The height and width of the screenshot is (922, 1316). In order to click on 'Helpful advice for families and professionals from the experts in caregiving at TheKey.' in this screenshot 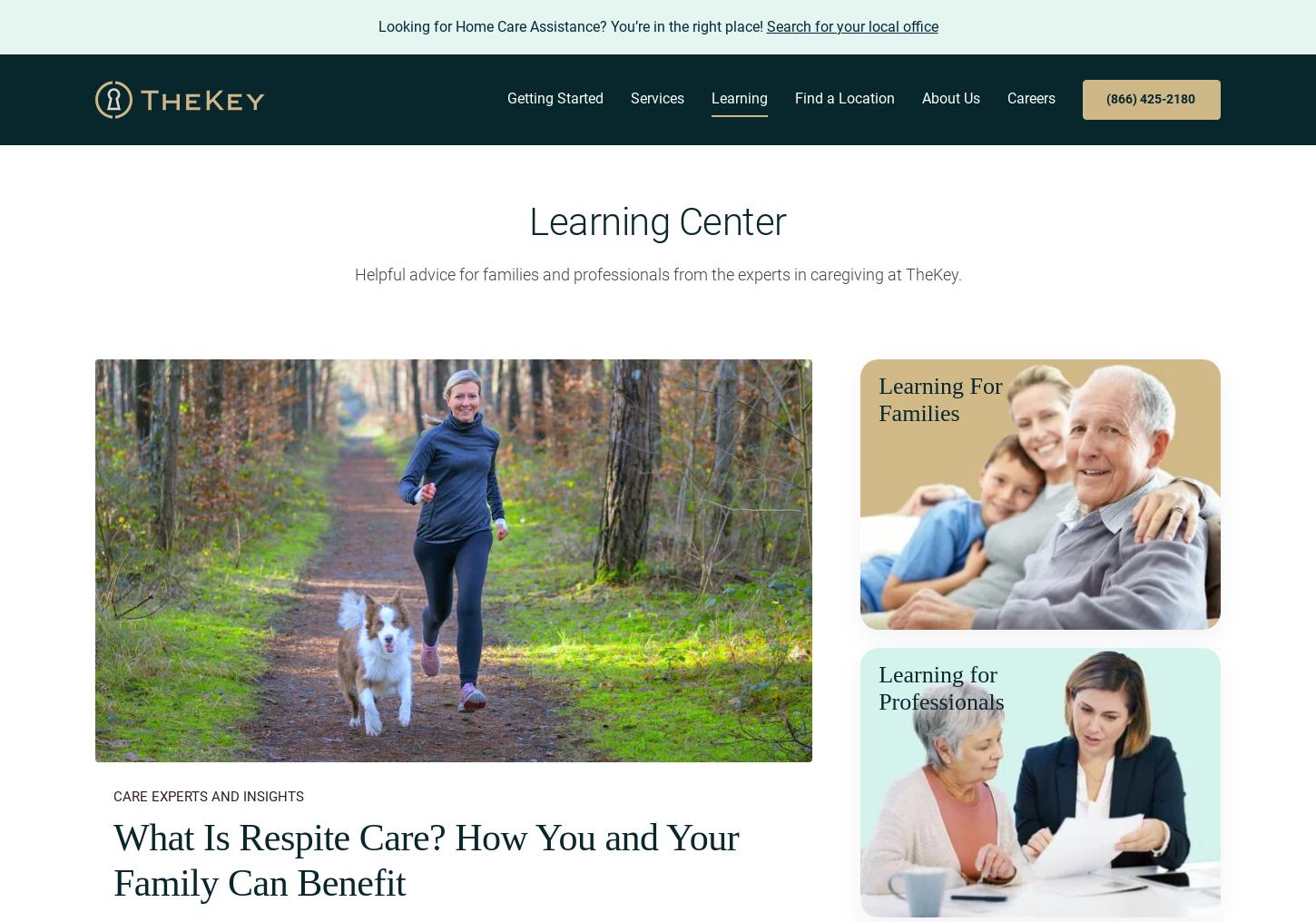, I will do `click(353, 273)`.